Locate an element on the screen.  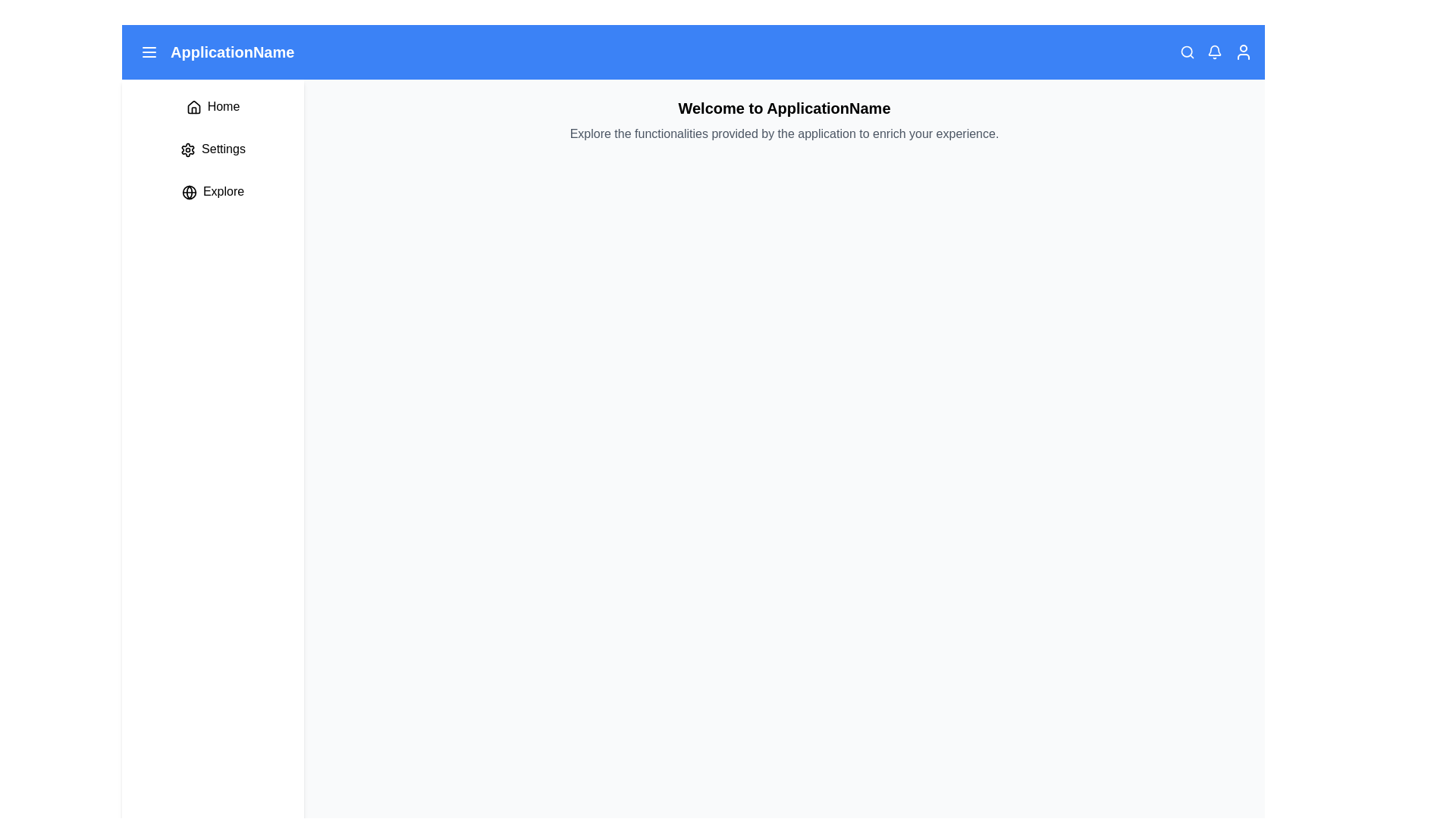
the second menu item in the vertical navigation menu is located at coordinates (212, 149).